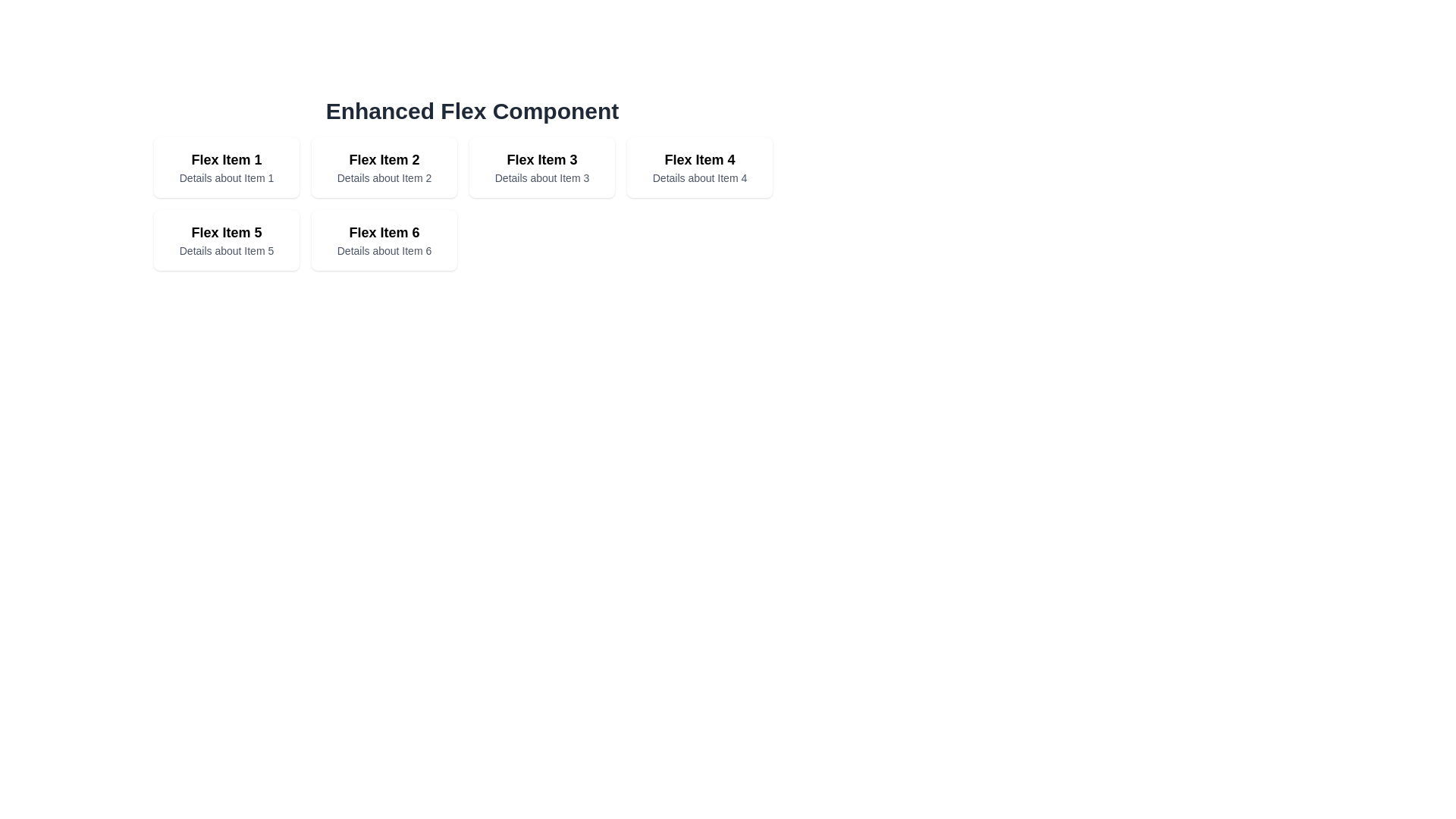 The width and height of the screenshot is (1456, 819). I want to click on the descriptive text element associated with 'Flex Item 2' located at the bottom of the second card in the grid layout, so click(384, 177).